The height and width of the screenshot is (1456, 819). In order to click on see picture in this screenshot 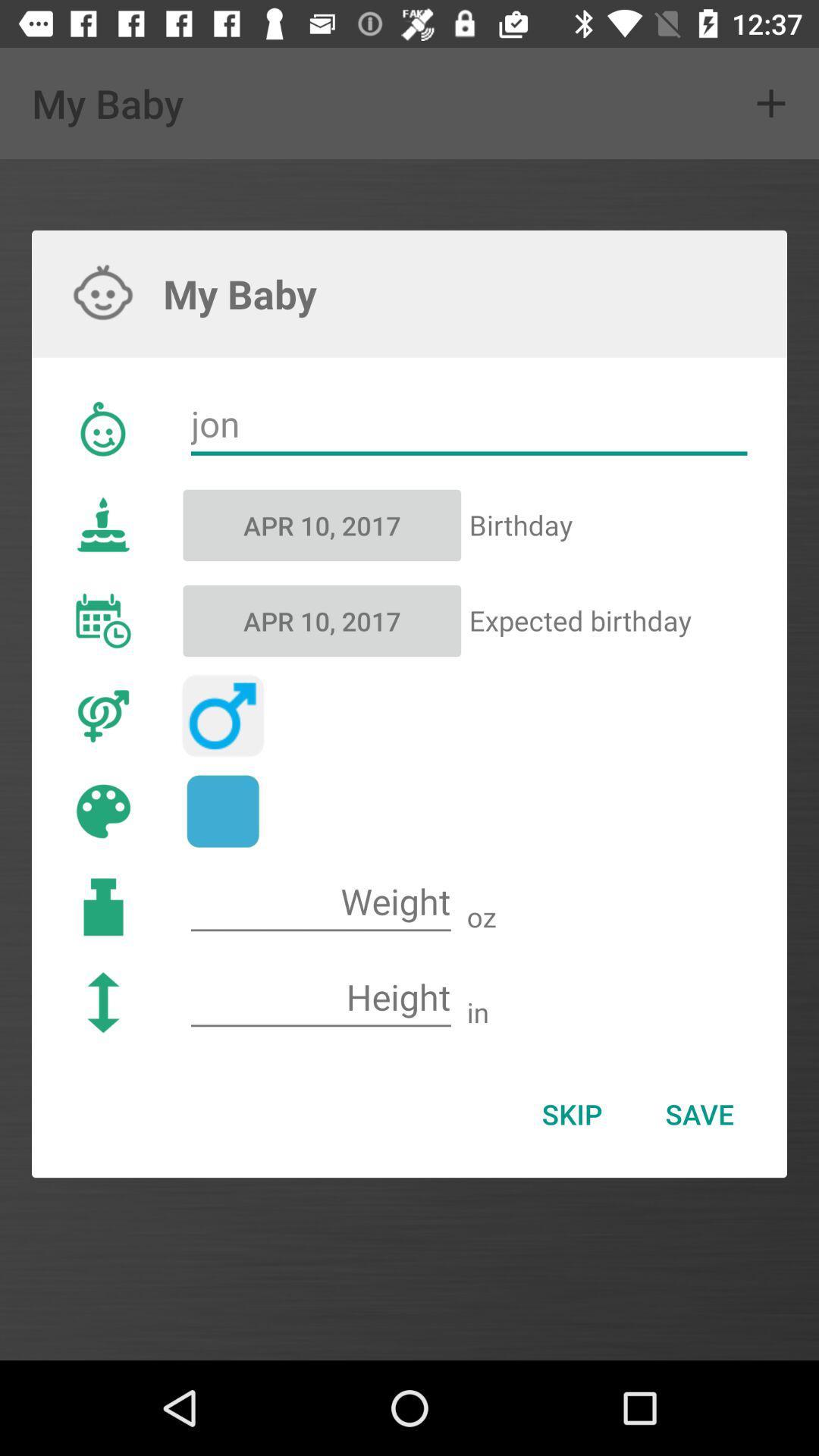, I will do `click(222, 811)`.